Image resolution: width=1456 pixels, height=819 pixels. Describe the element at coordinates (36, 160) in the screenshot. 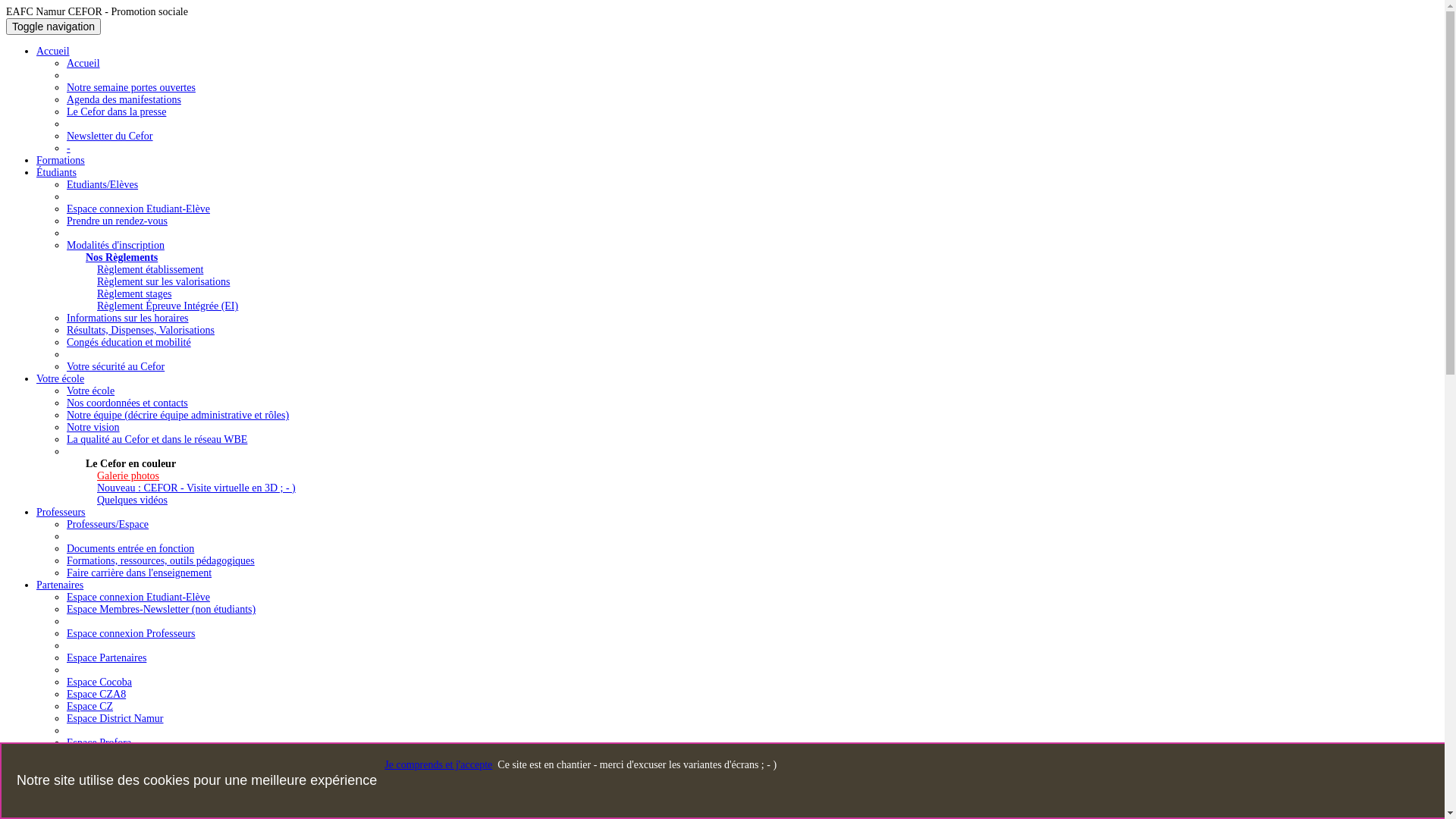

I see `'Formations'` at that location.